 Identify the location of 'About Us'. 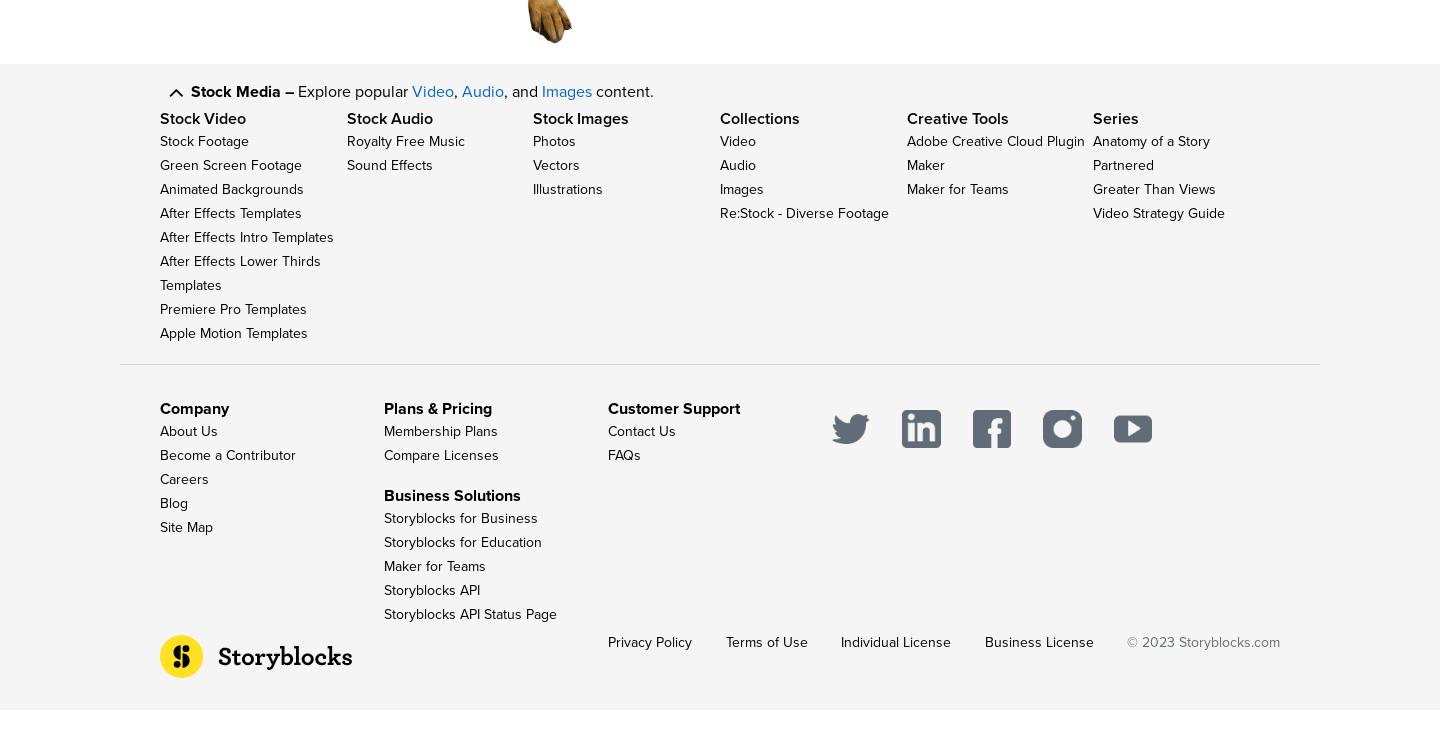
(188, 449).